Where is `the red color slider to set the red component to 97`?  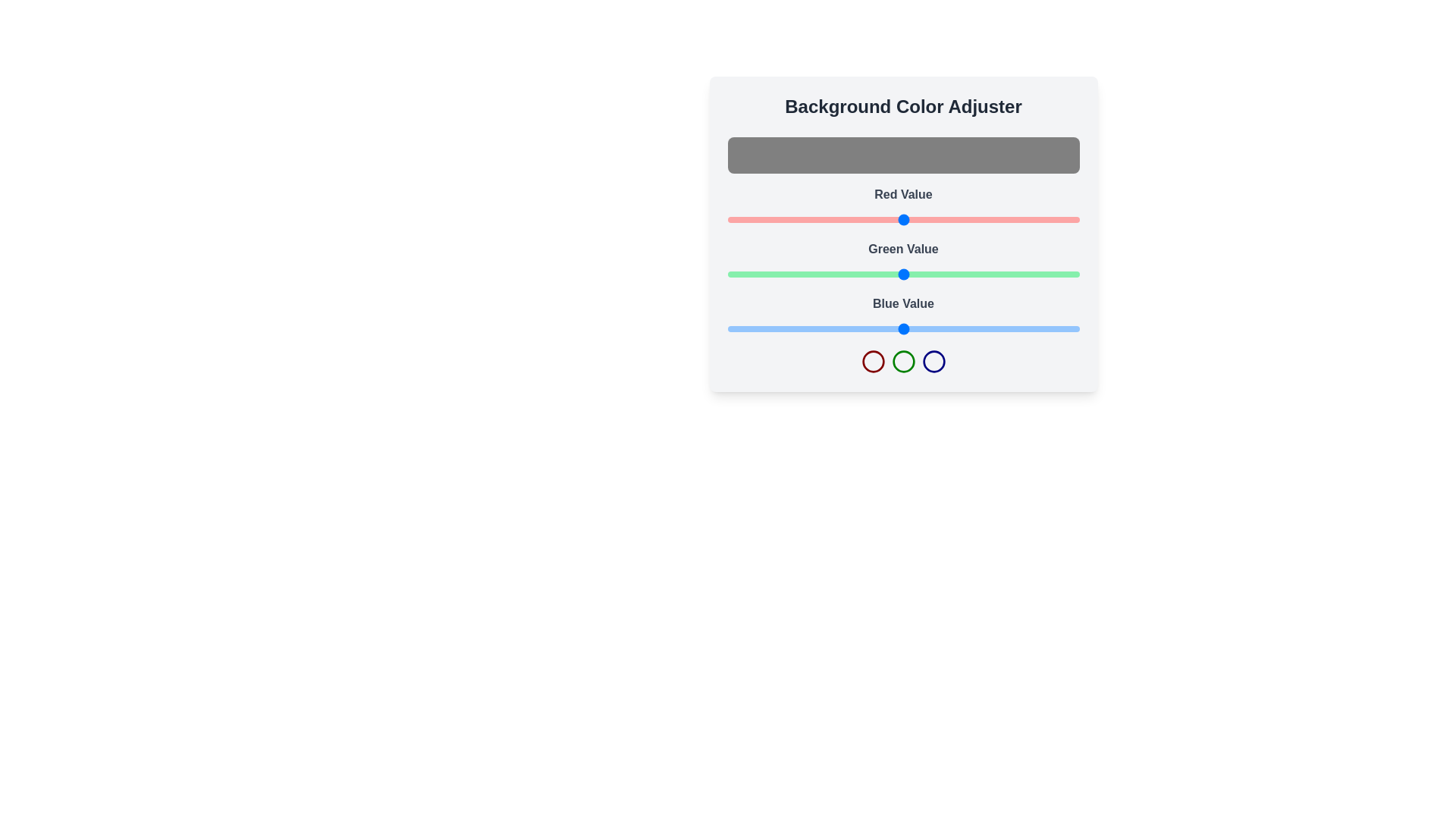 the red color slider to set the red component to 97 is located at coordinates (861, 219).